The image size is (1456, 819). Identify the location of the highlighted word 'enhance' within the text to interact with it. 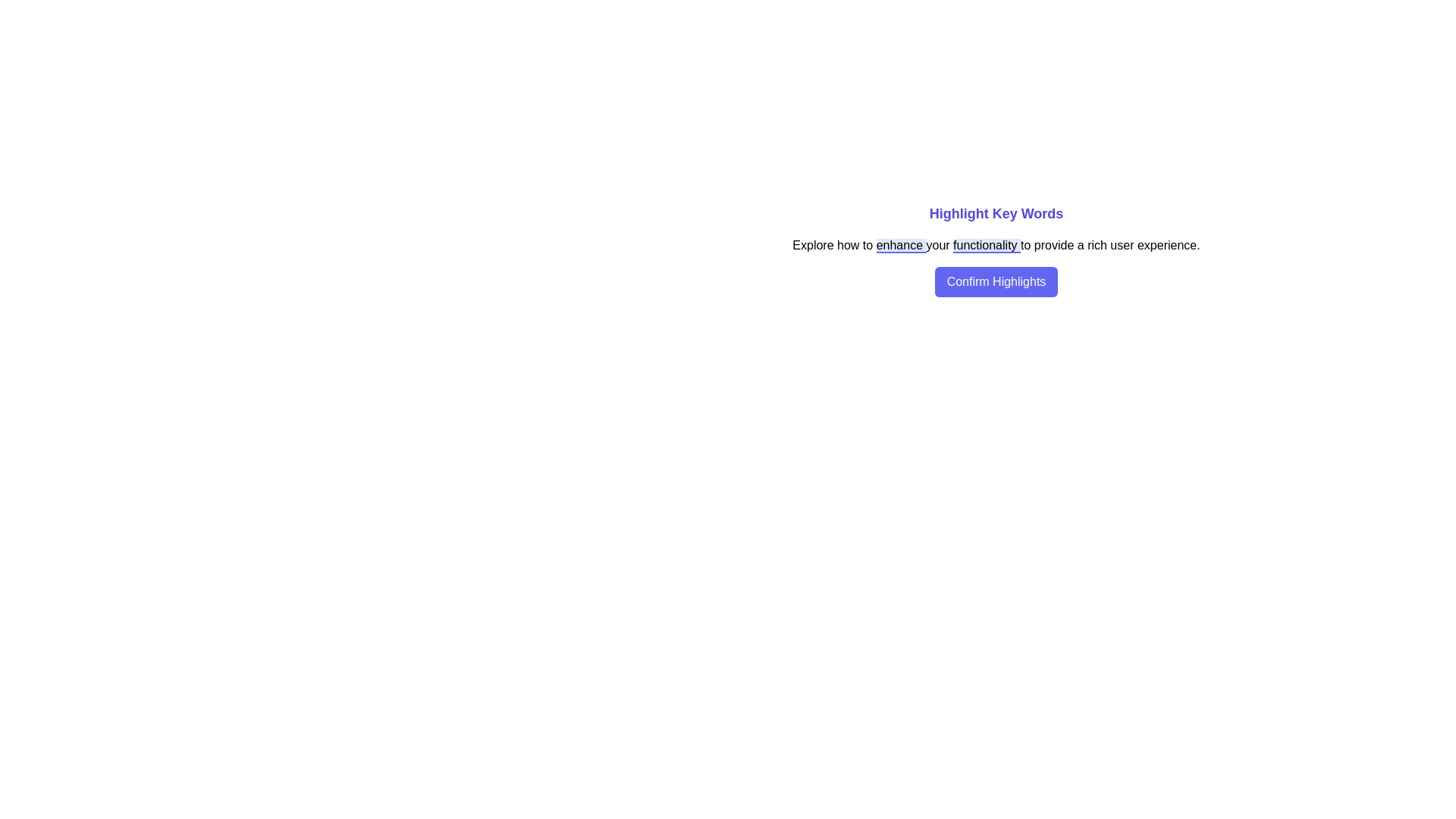
(901, 245).